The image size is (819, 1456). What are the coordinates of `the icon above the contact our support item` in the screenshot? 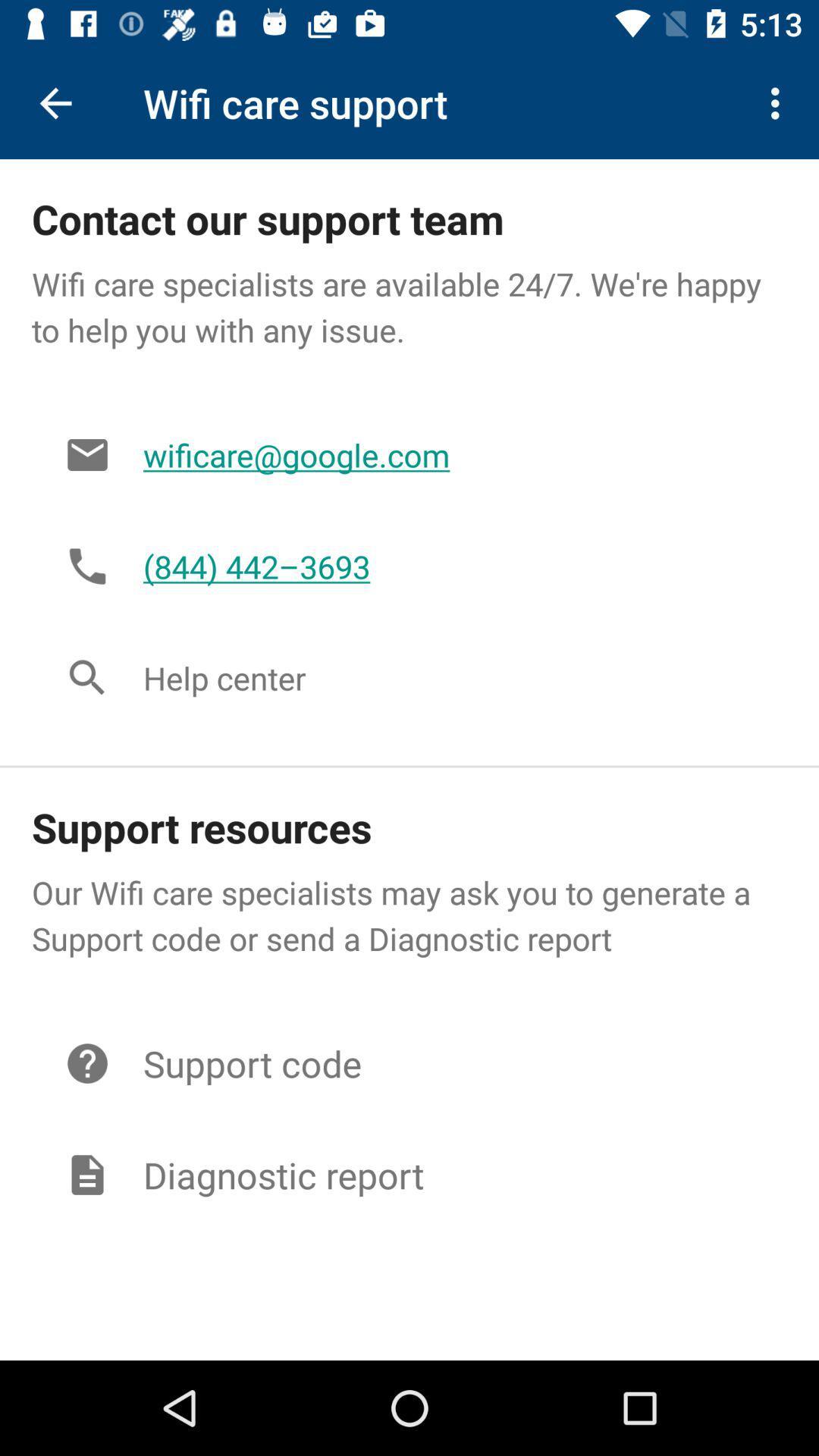 It's located at (55, 102).